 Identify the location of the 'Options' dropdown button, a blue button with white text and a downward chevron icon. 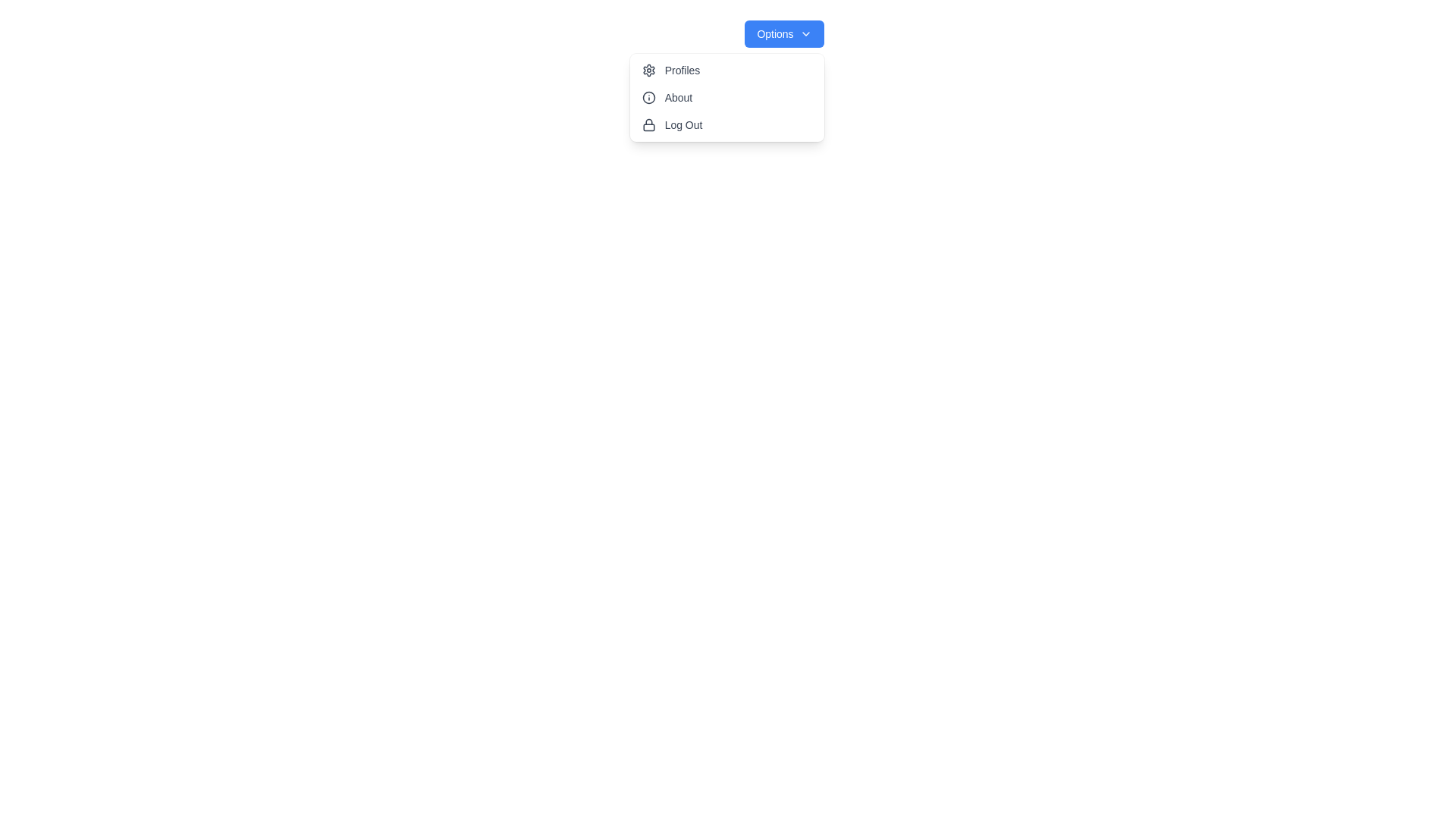
(784, 34).